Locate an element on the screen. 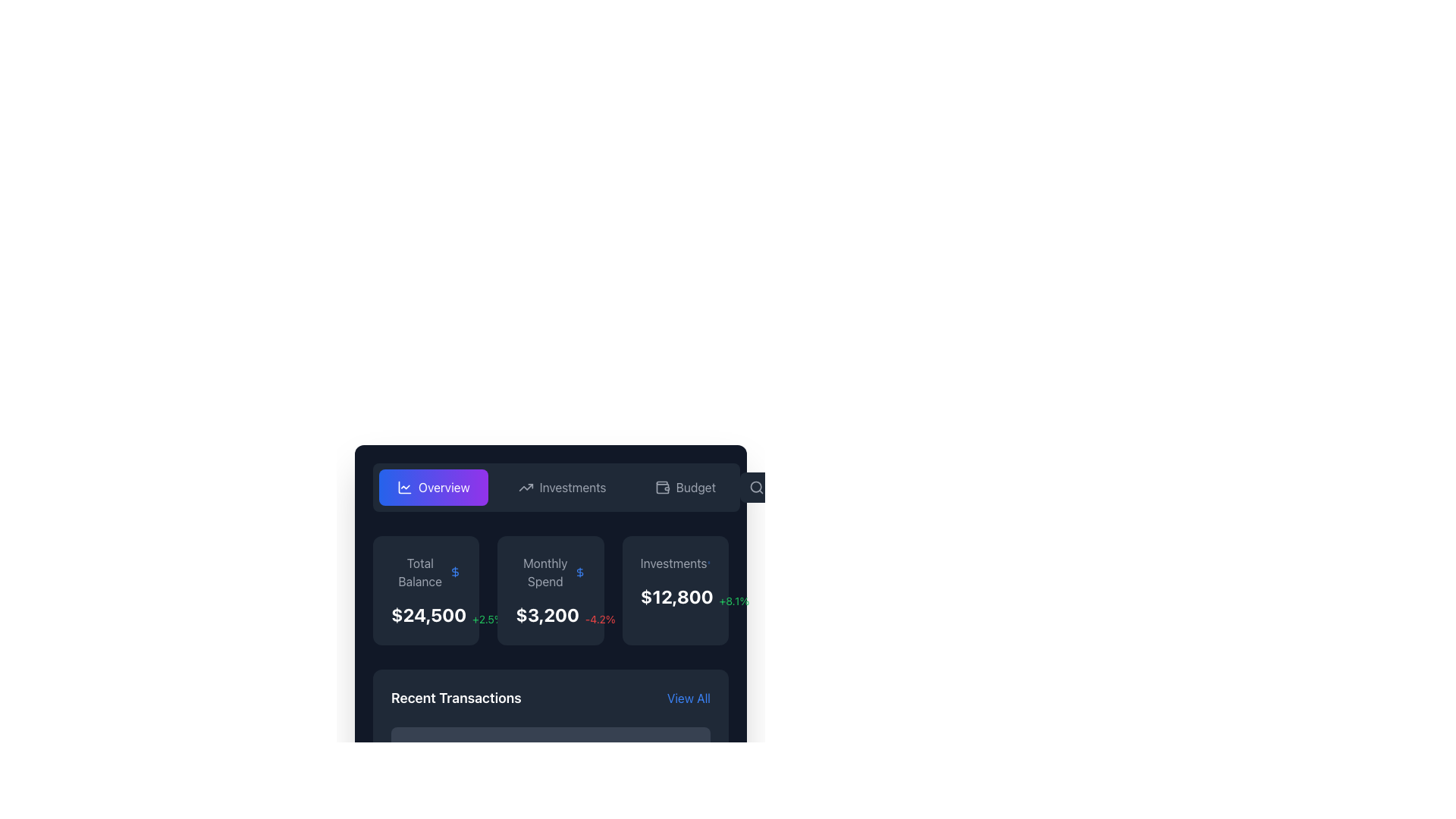 This screenshot has height=819, width=1456. the static text label that indicates a decrease of 4.2% in the 'Monthly Spend' section, positioned right of the '$3,200' text is located at coordinates (599, 620).